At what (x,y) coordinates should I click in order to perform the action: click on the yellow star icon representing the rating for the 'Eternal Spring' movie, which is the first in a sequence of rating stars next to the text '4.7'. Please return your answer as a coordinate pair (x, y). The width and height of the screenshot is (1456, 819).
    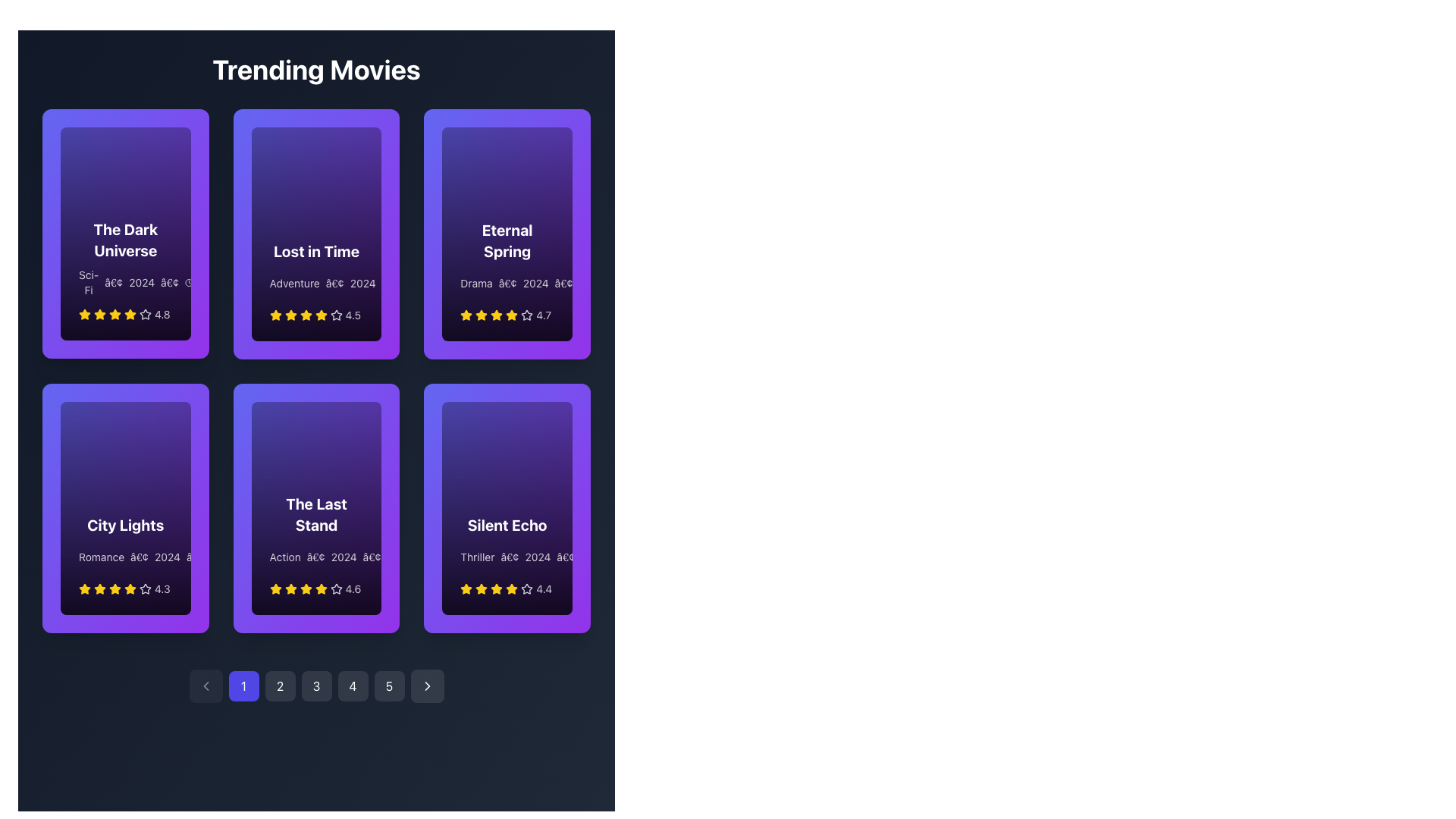
    Looking at the image, I should click on (466, 314).